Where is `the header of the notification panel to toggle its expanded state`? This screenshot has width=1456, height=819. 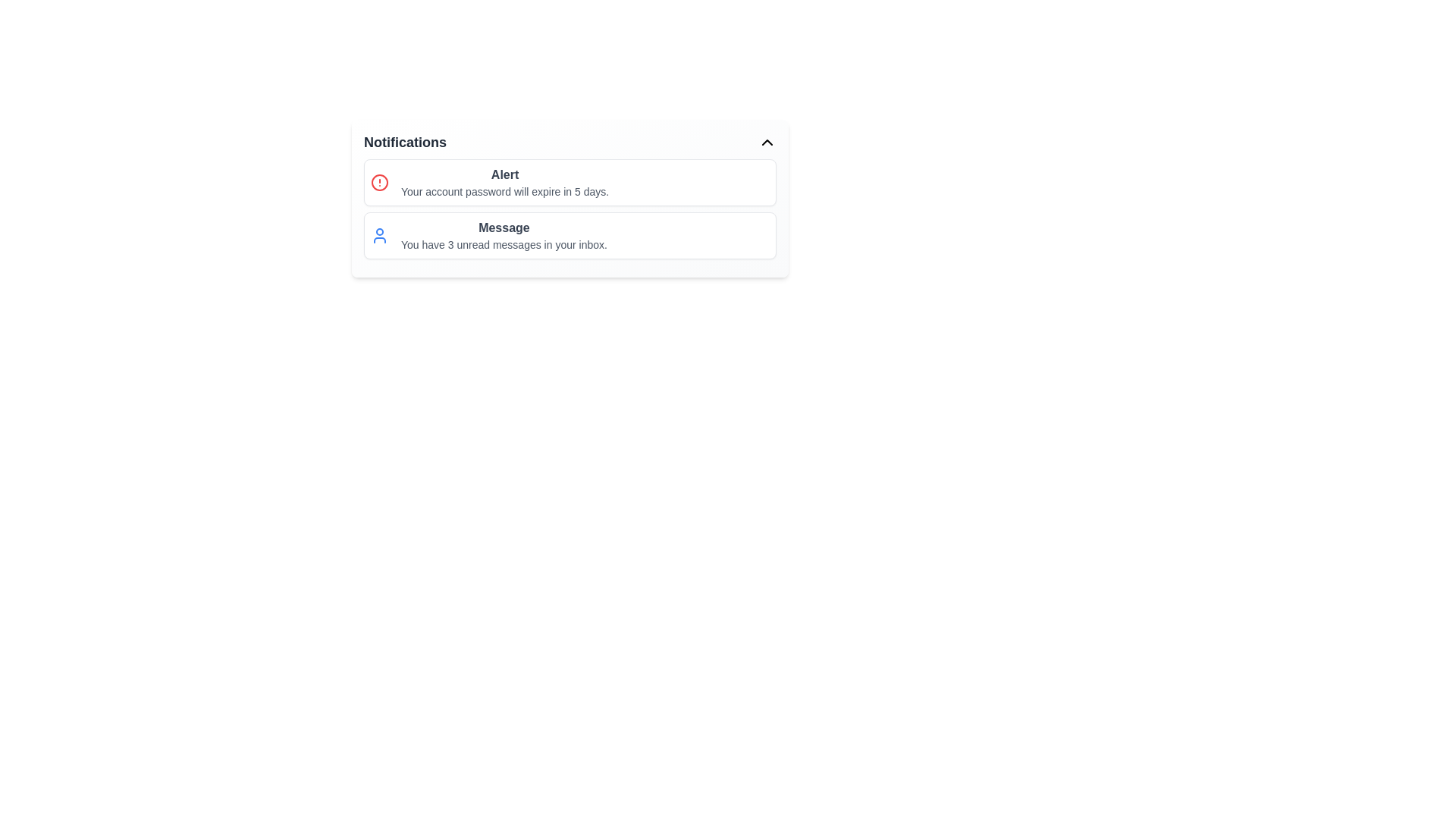 the header of the notification panel to toggle its expanded state is located at coordinates (570, 143).